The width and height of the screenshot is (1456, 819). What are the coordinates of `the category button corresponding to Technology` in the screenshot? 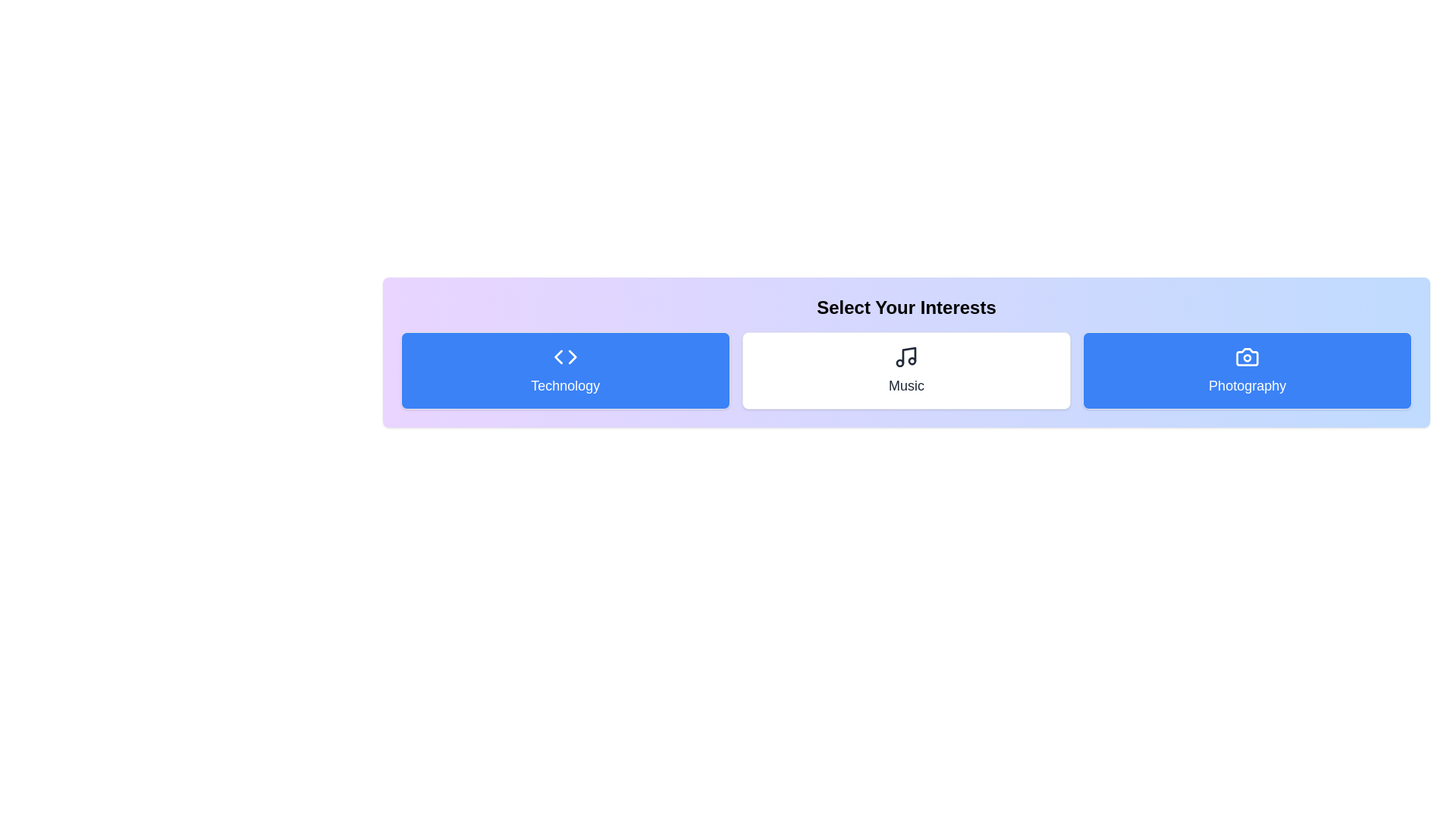 It's located at (564, 371).